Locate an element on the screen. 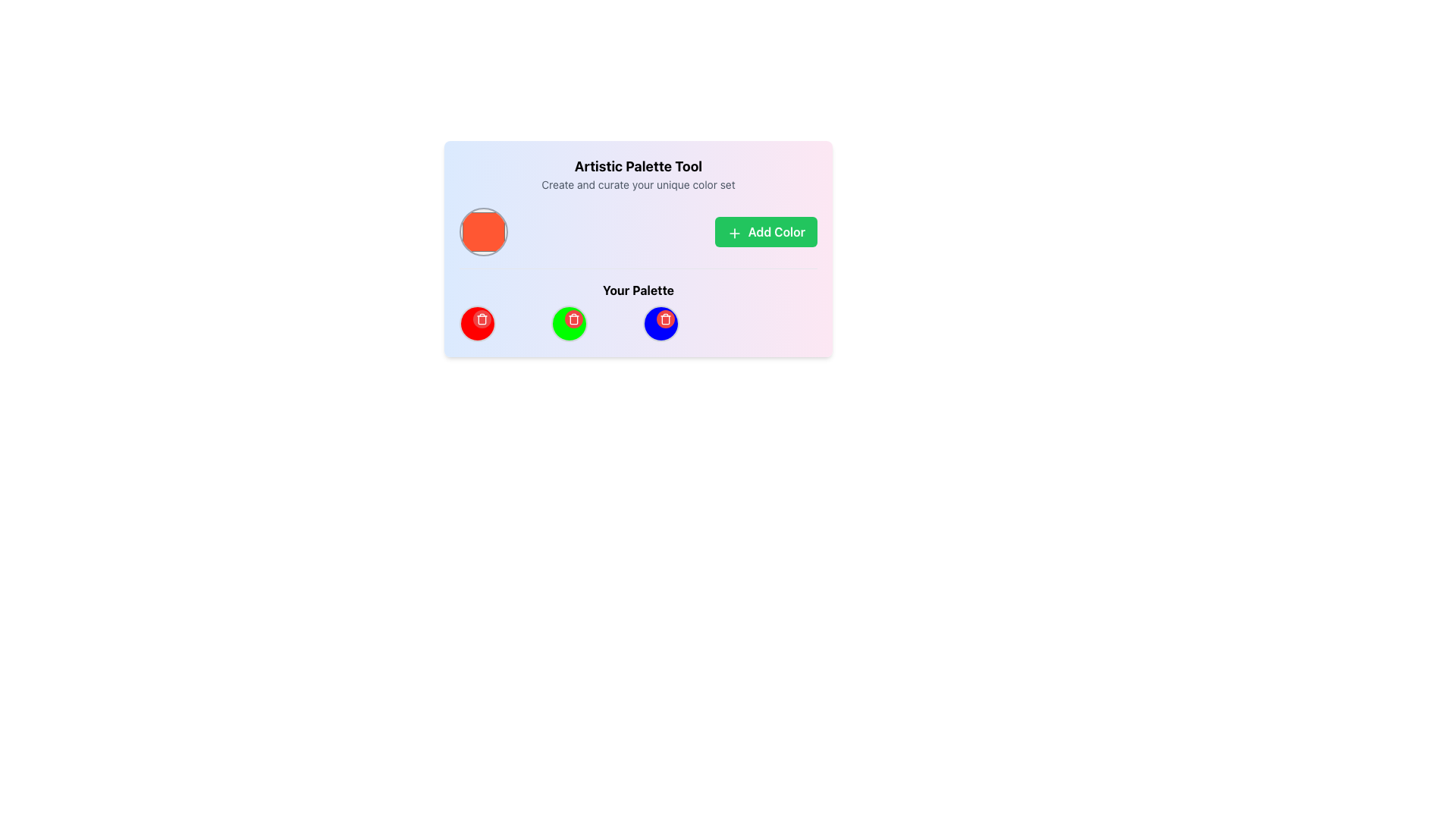 This screenshot has height=819, width=1456. a color using the color picker located in the 'Add Color' section of the 'Artistic Palette Tool' interface, which is positioned to the left of the 'Add Color' button is located at coordinates (638, 231).